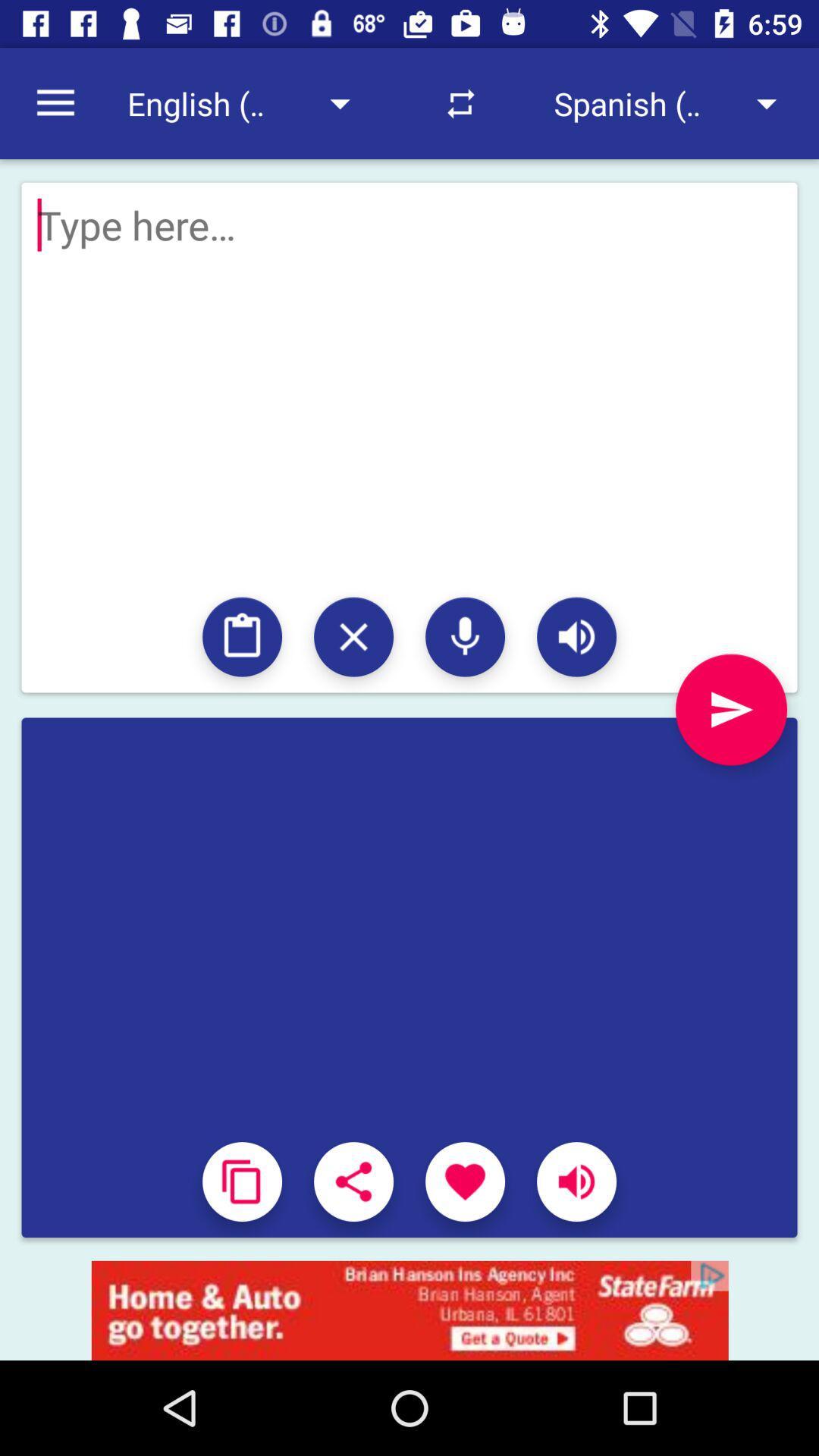 This screenshot has height=1456, width=819. I want to click on shows exit option, so click(353, 637).